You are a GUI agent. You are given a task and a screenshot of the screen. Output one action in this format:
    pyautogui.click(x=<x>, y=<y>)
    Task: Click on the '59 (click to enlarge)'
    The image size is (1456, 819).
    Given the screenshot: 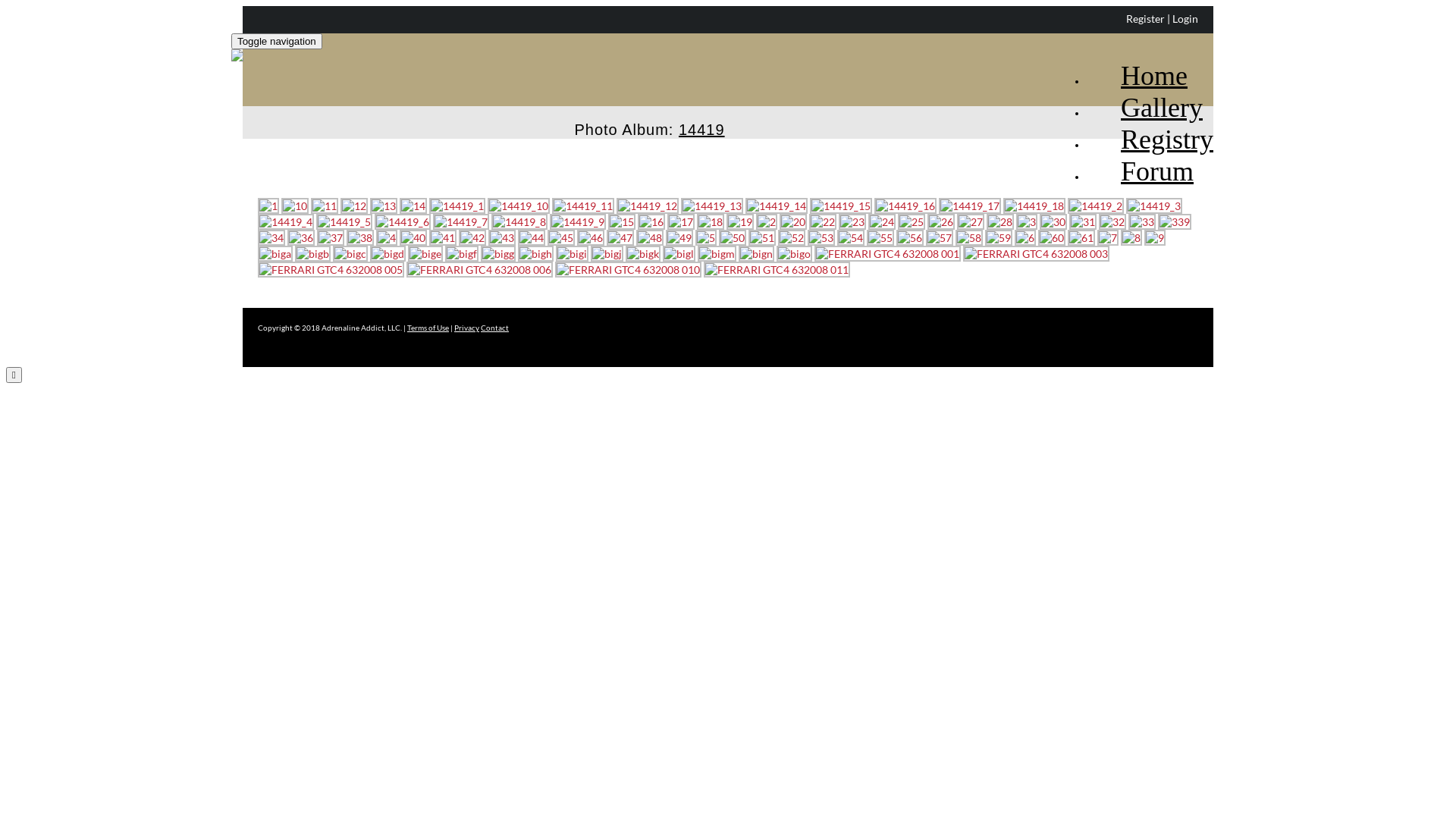 What is the action you would take?
    pyautogui.click(x=998, y=237)
    